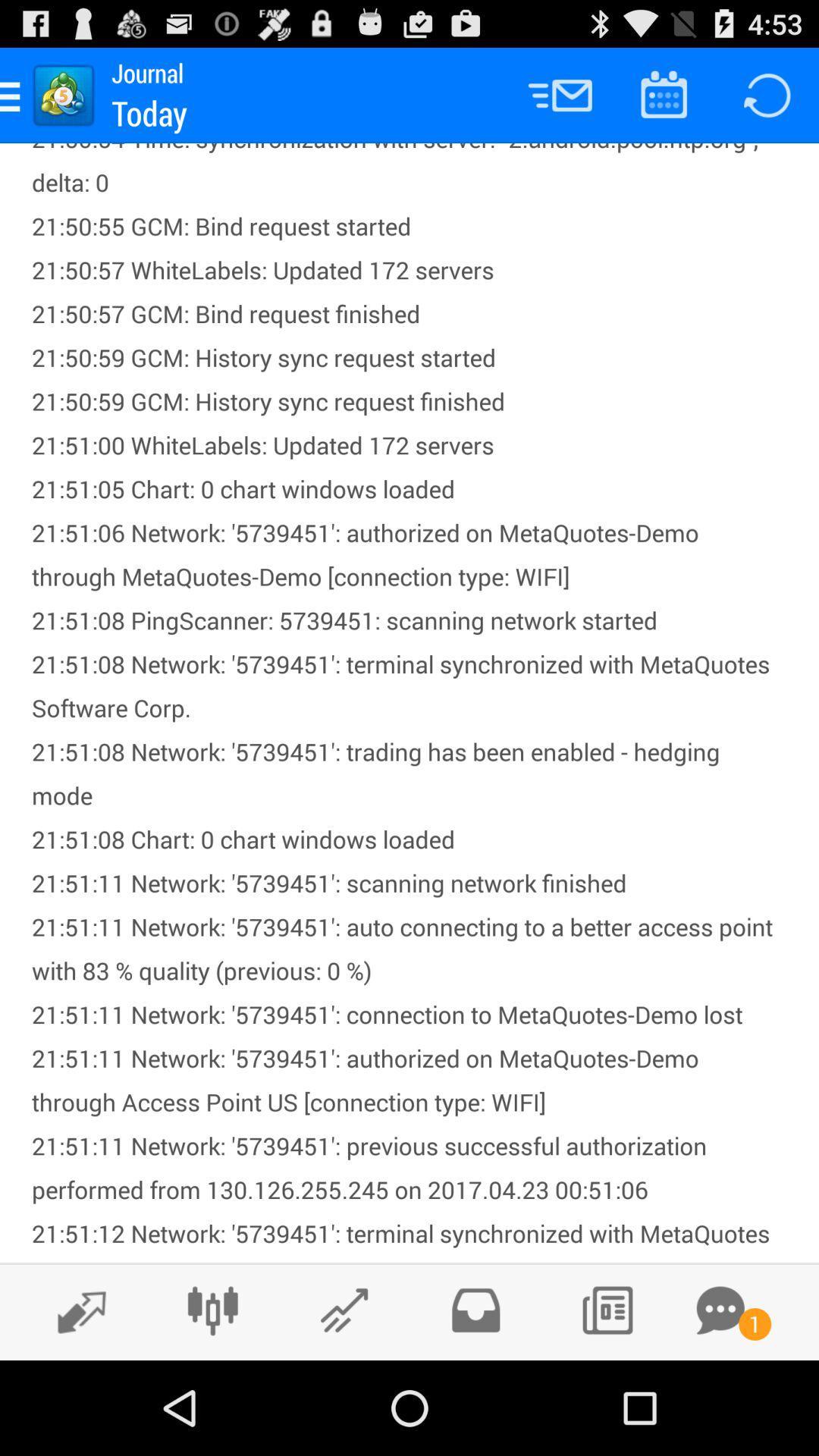 The height and width of the screenshot is (1456, 819). I want to click on open chat, so click(720, 1310).